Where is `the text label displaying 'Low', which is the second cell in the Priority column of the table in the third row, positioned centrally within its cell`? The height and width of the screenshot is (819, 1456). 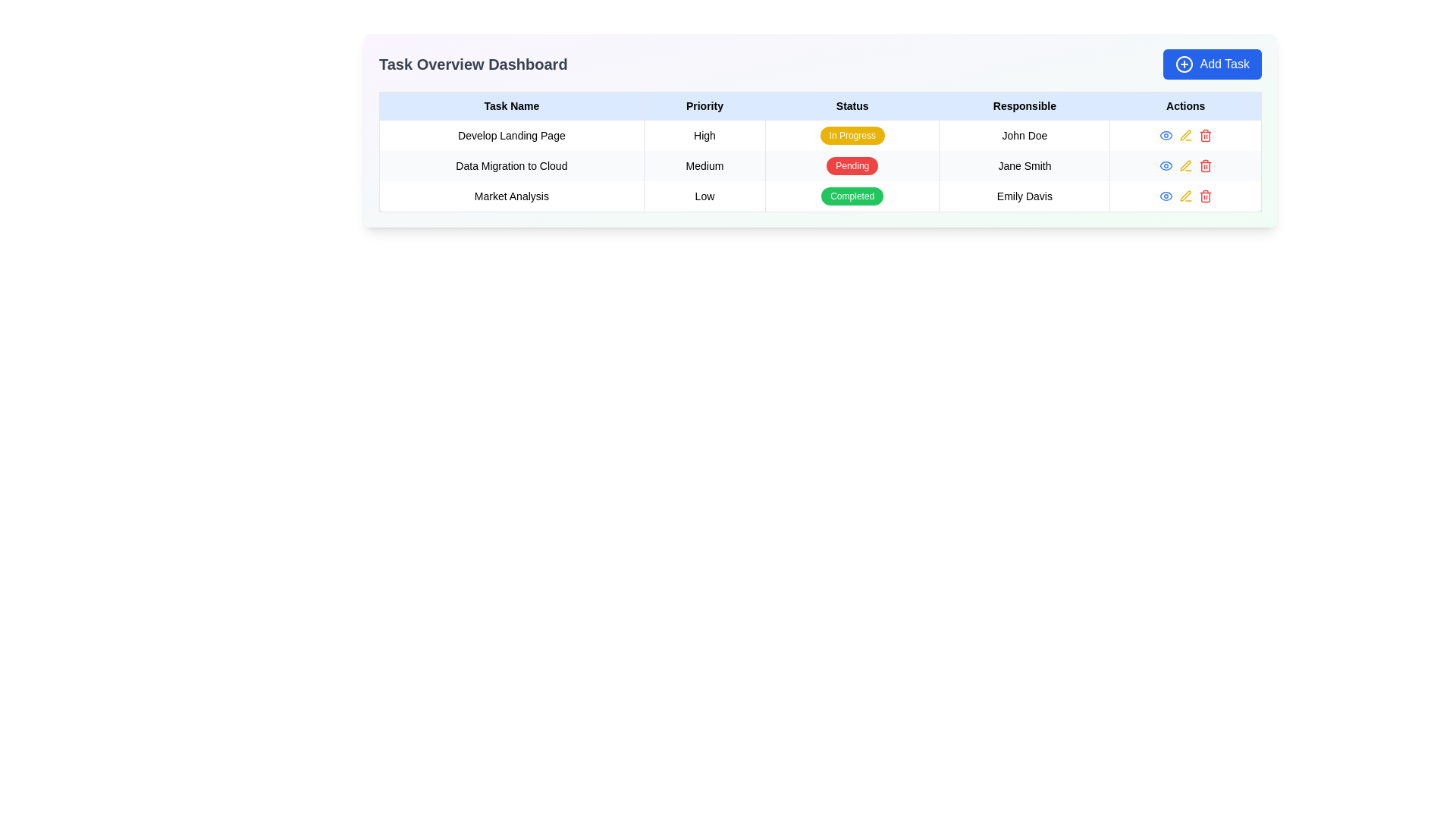
the text label displaying 'Low', which is the second cell in the Priority column of the table in the third row, positioned centrally within its cell is located at coordinates (704, 196).